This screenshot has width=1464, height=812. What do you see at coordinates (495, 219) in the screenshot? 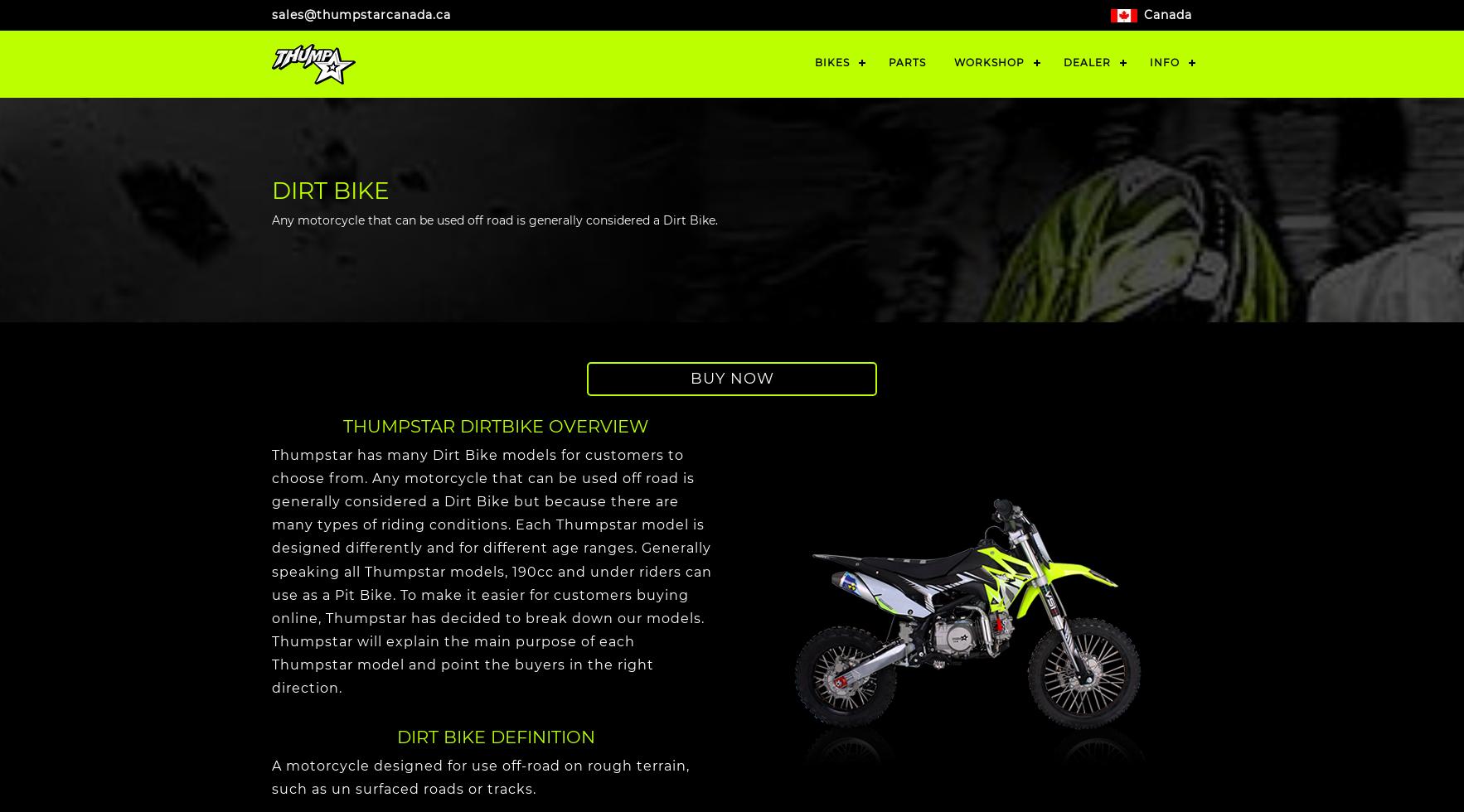
I see `'Any motorcycle that can be used off road is generally considered a Dirt Bike.'` at bounding box center [495, 219].